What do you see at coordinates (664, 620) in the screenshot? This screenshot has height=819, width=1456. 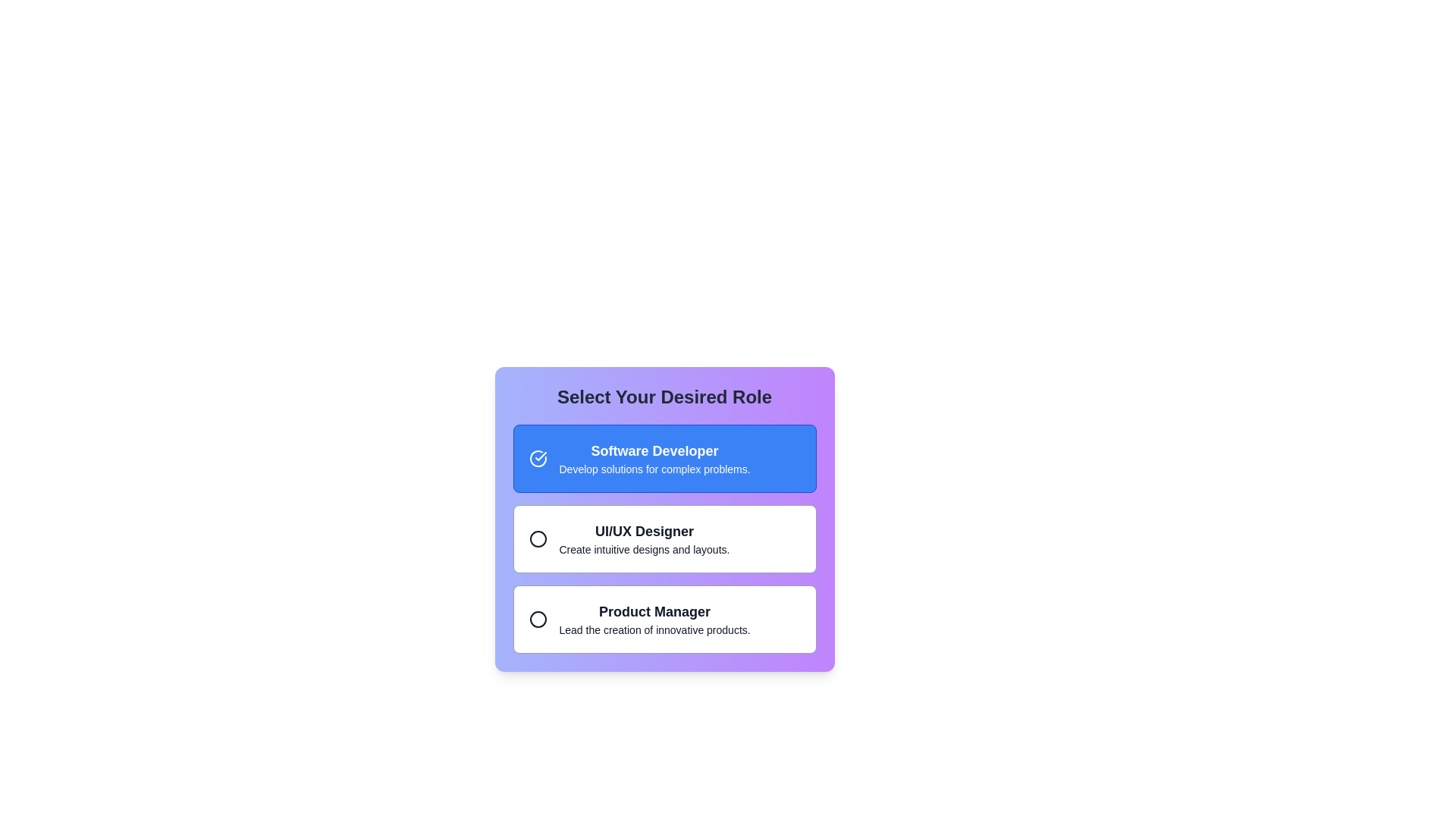 I see `the interactive selector for the 'Product Manager' option` at bounding box center [664, 620].